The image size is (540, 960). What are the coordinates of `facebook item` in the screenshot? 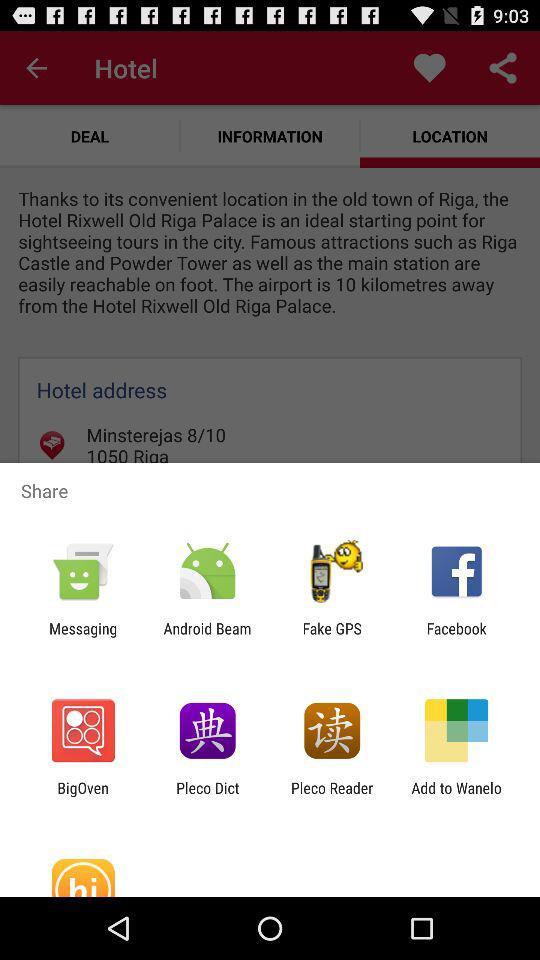 It's located at (456, 636).